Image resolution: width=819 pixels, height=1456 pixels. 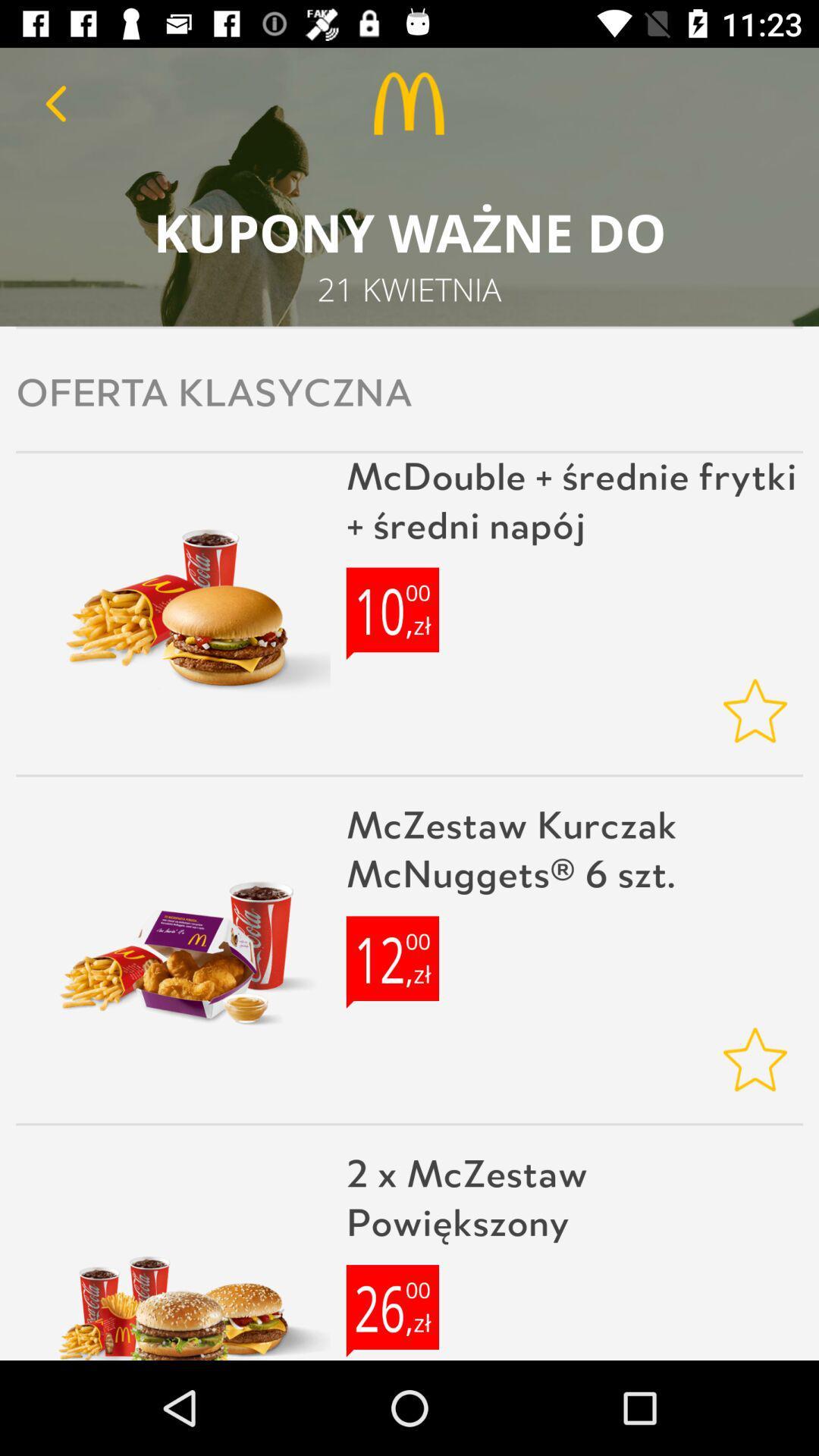 I want to click on rating option, so click(x=755, y=710).